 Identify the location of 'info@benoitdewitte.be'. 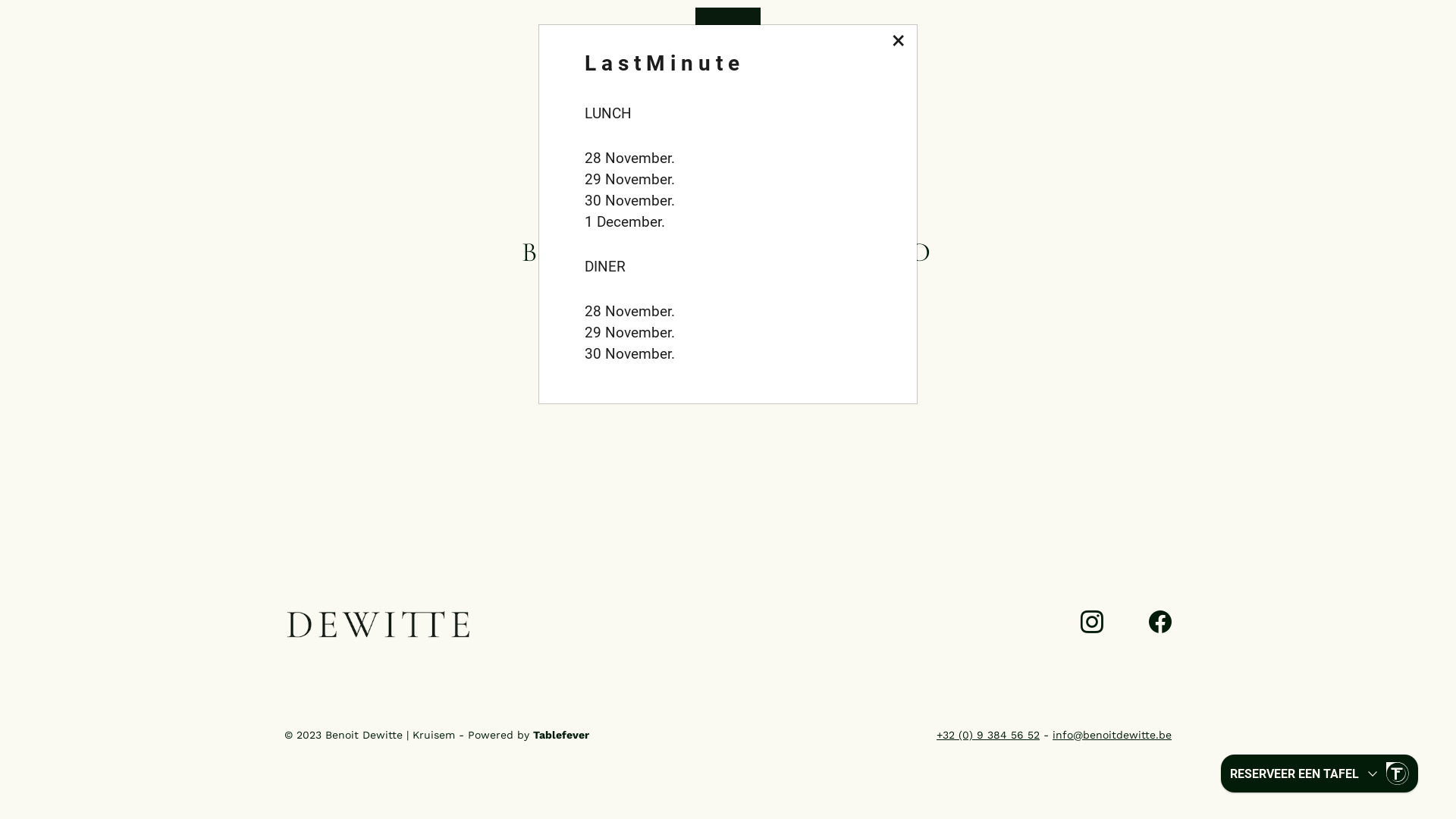
(1112, 733).